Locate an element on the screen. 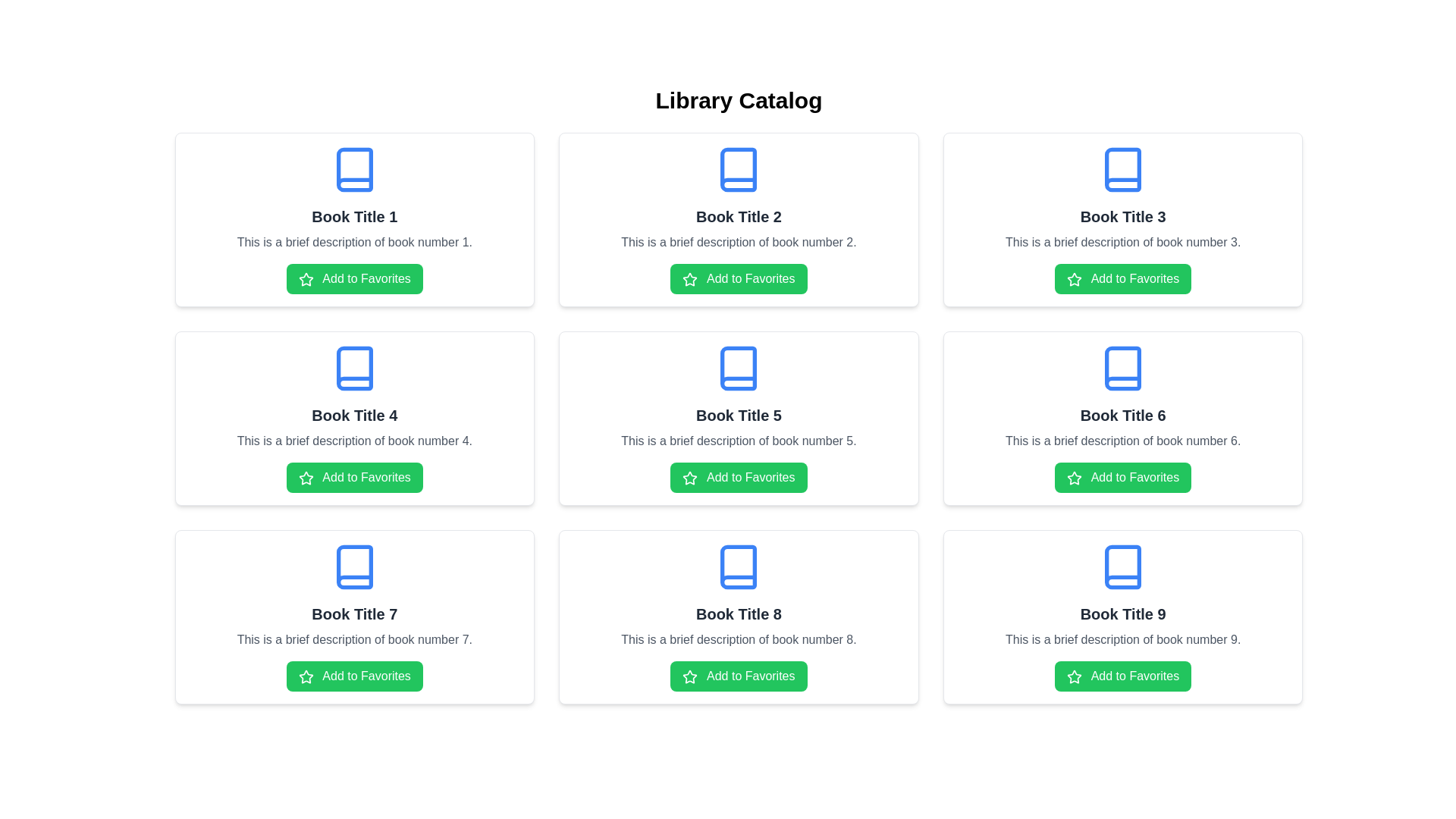  the green star-shaped icon located above the 'Add to Favorites' button for 'Book Title 4' is located at coordinates (305, 478).